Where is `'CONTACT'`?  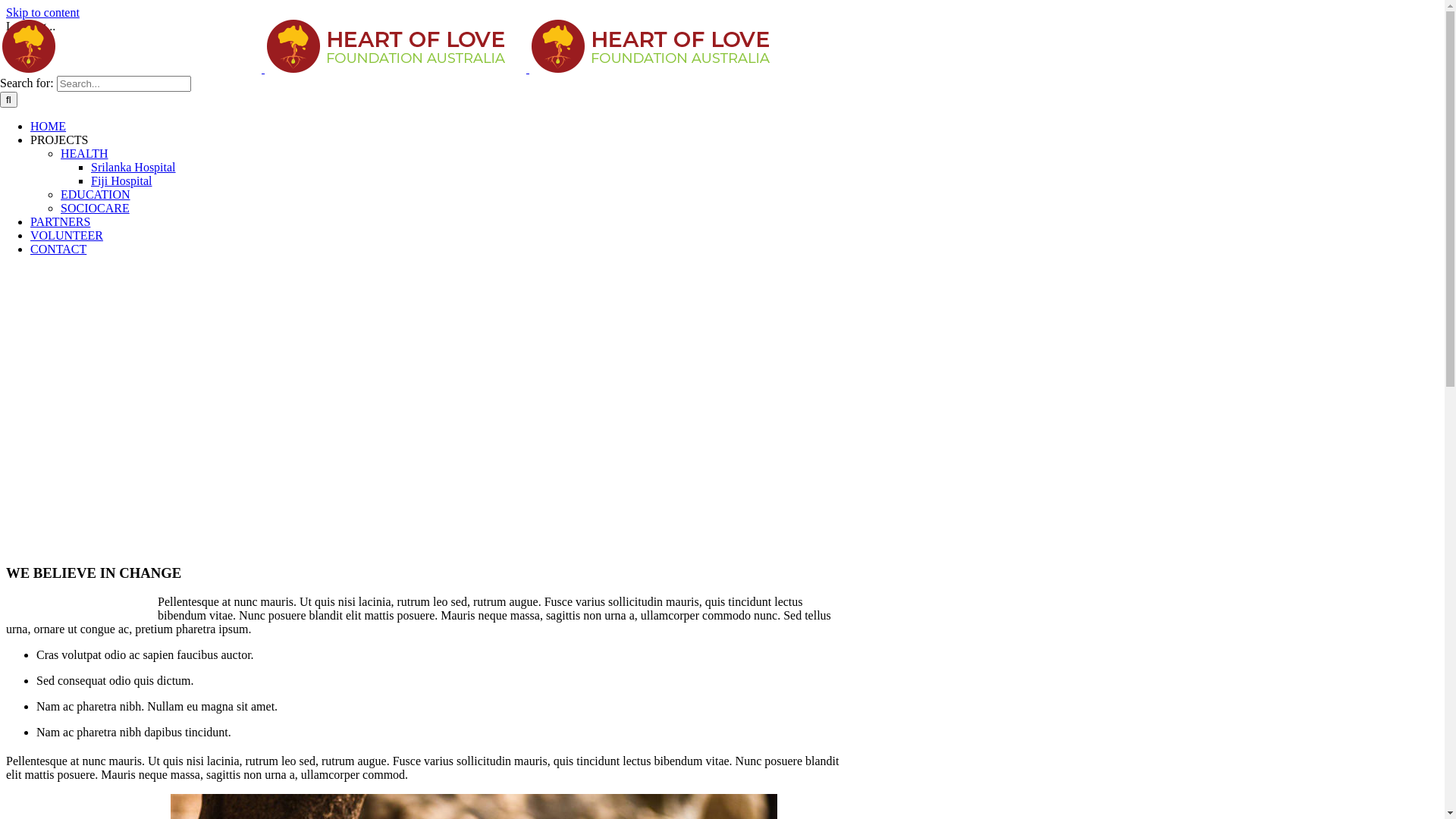 'CONTACT' is located at coordinates (58, 248).